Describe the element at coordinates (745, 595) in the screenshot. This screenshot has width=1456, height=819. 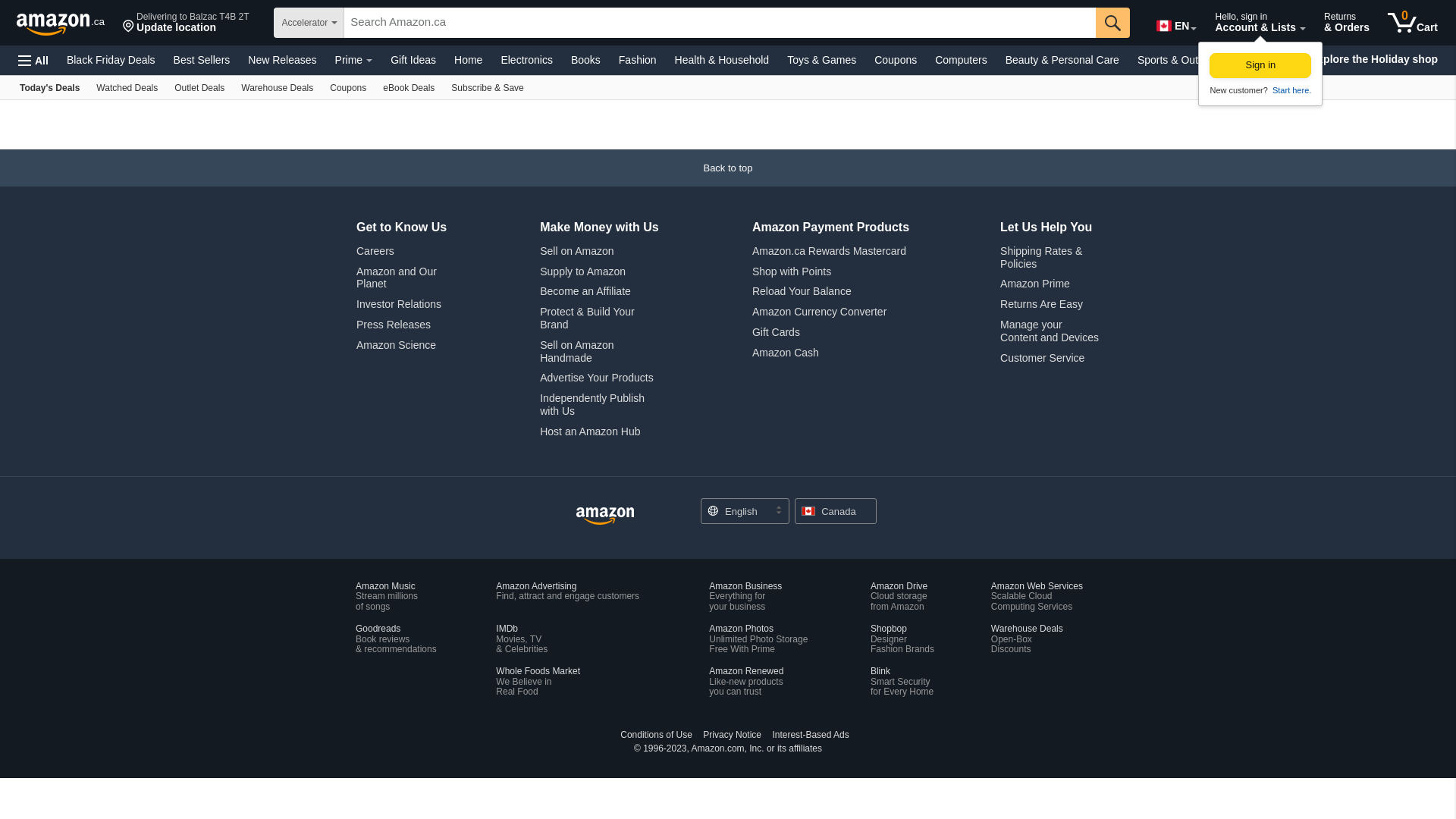
I see `'Amazon Business` at that location.